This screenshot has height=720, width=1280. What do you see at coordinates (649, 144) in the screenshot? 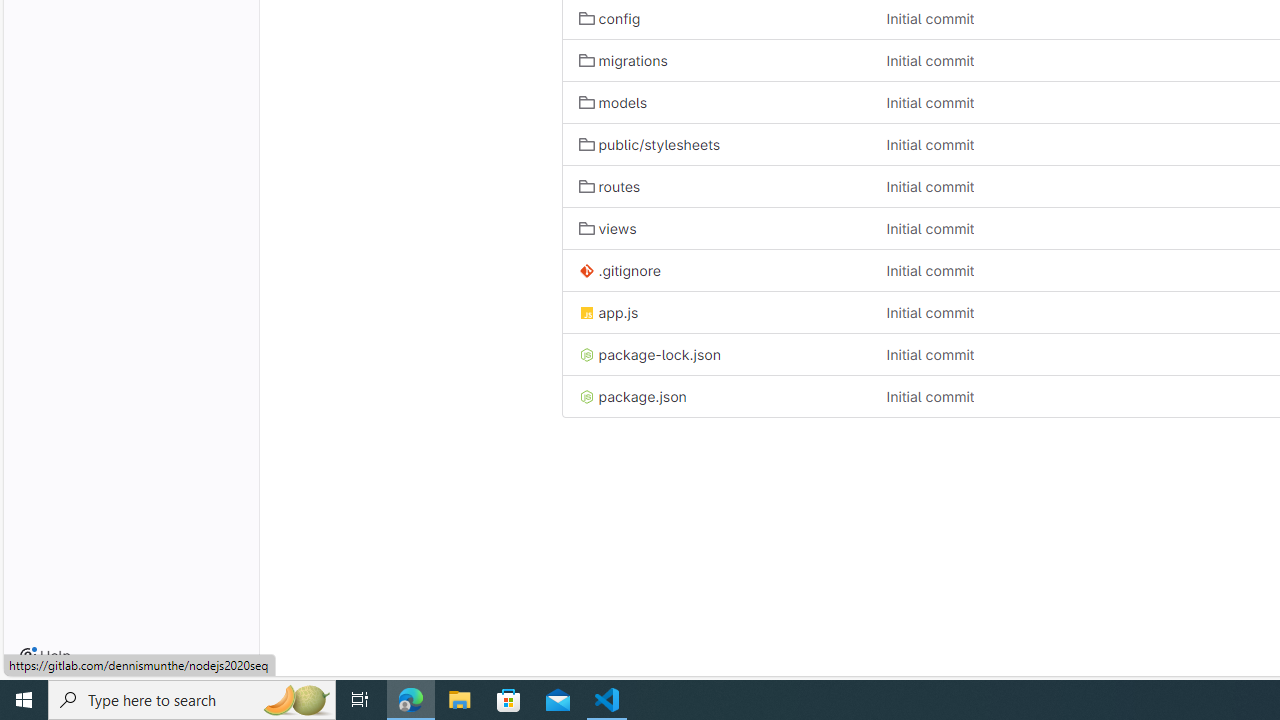
I see `'public/stylesheets'` at bounding box center [649, 144].